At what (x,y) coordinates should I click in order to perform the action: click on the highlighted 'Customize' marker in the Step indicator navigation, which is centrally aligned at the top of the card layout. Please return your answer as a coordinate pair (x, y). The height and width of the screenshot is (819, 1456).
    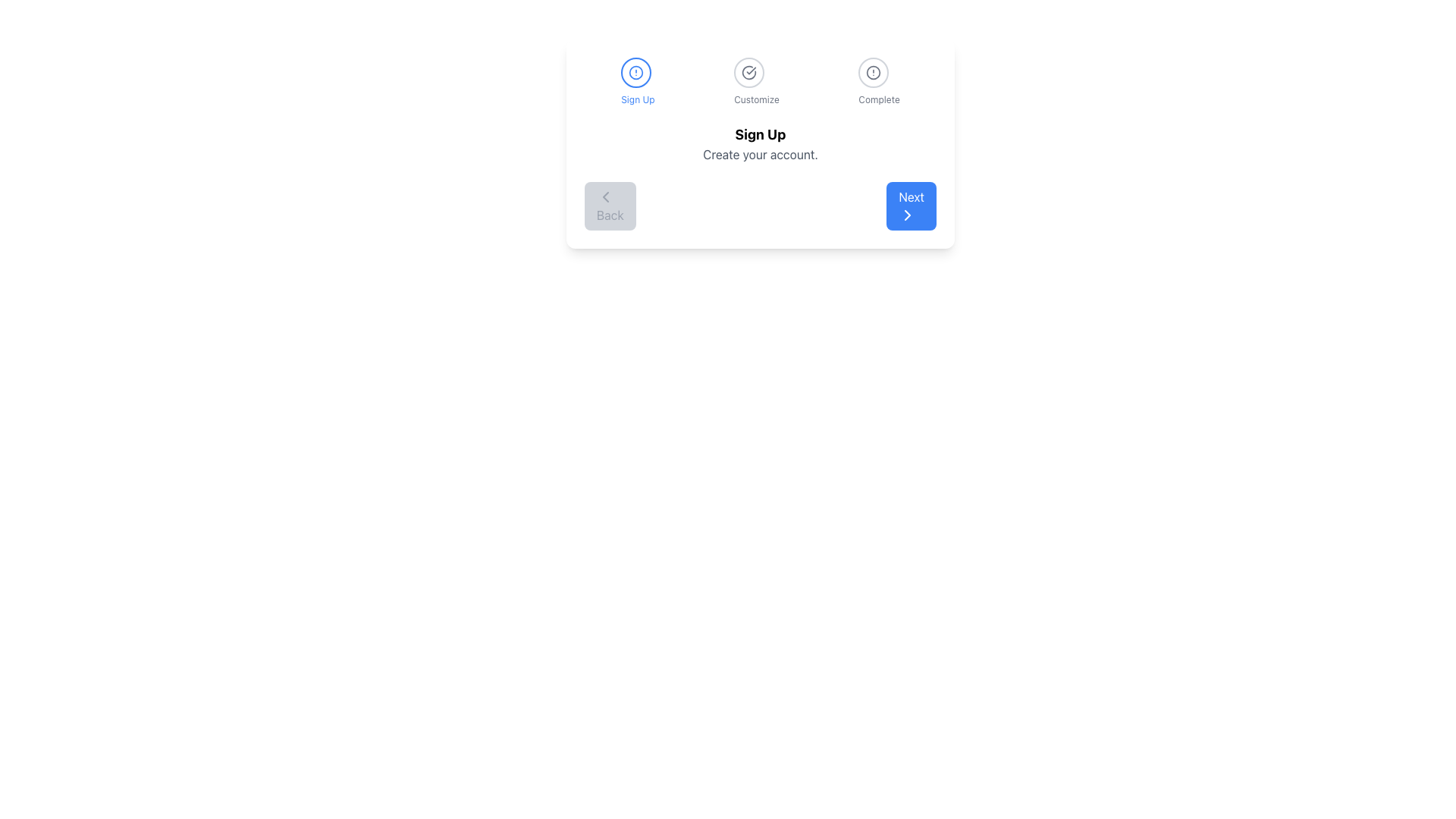
    Looking at the image, I should click on (761, 82).